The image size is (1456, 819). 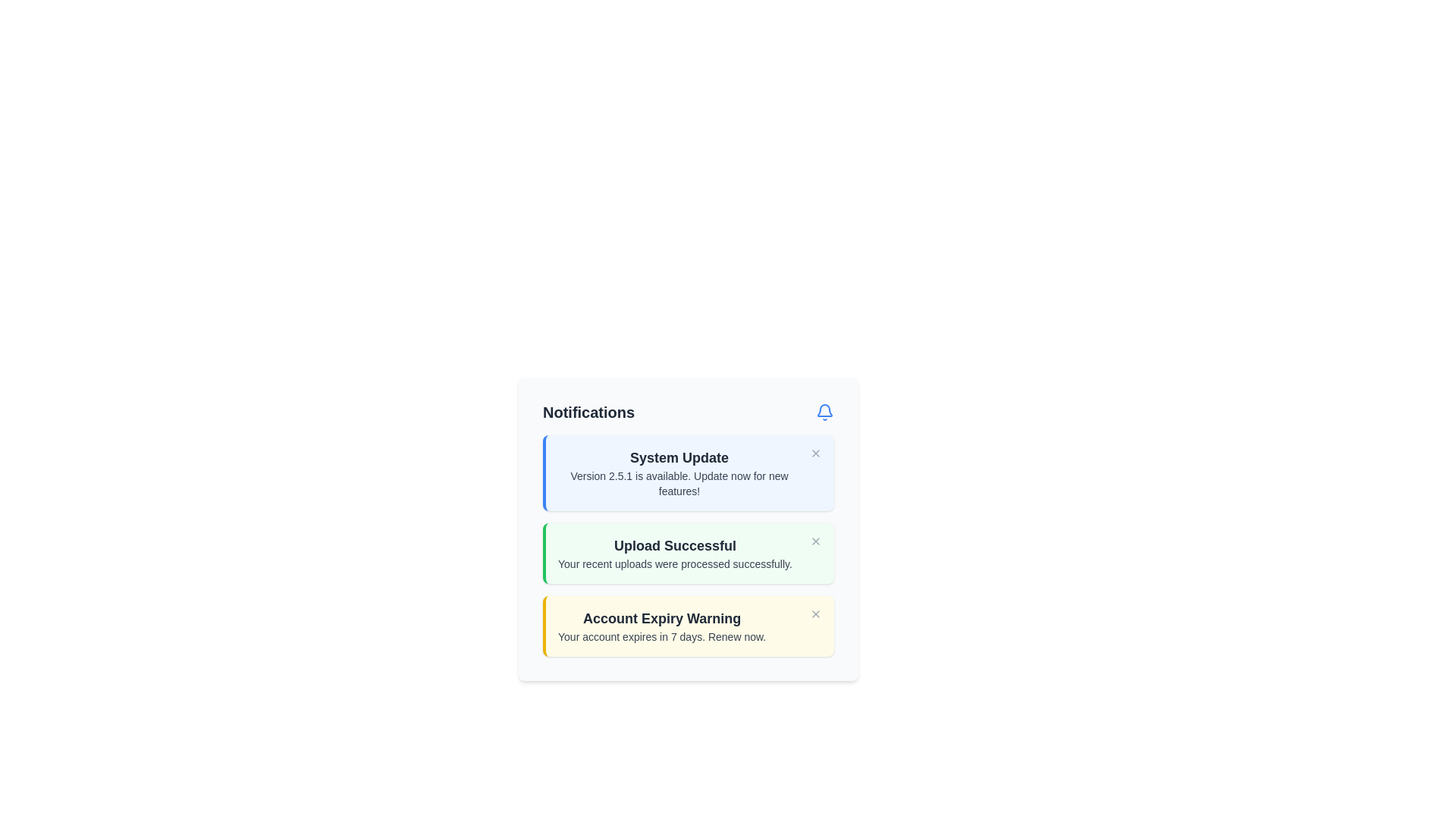 What do you see at coordinates (814, 614) in the screenshot?
I see `the Close button represented as an 'X' icon in the notification box to change its color to red` at bounding box center [814, 614].